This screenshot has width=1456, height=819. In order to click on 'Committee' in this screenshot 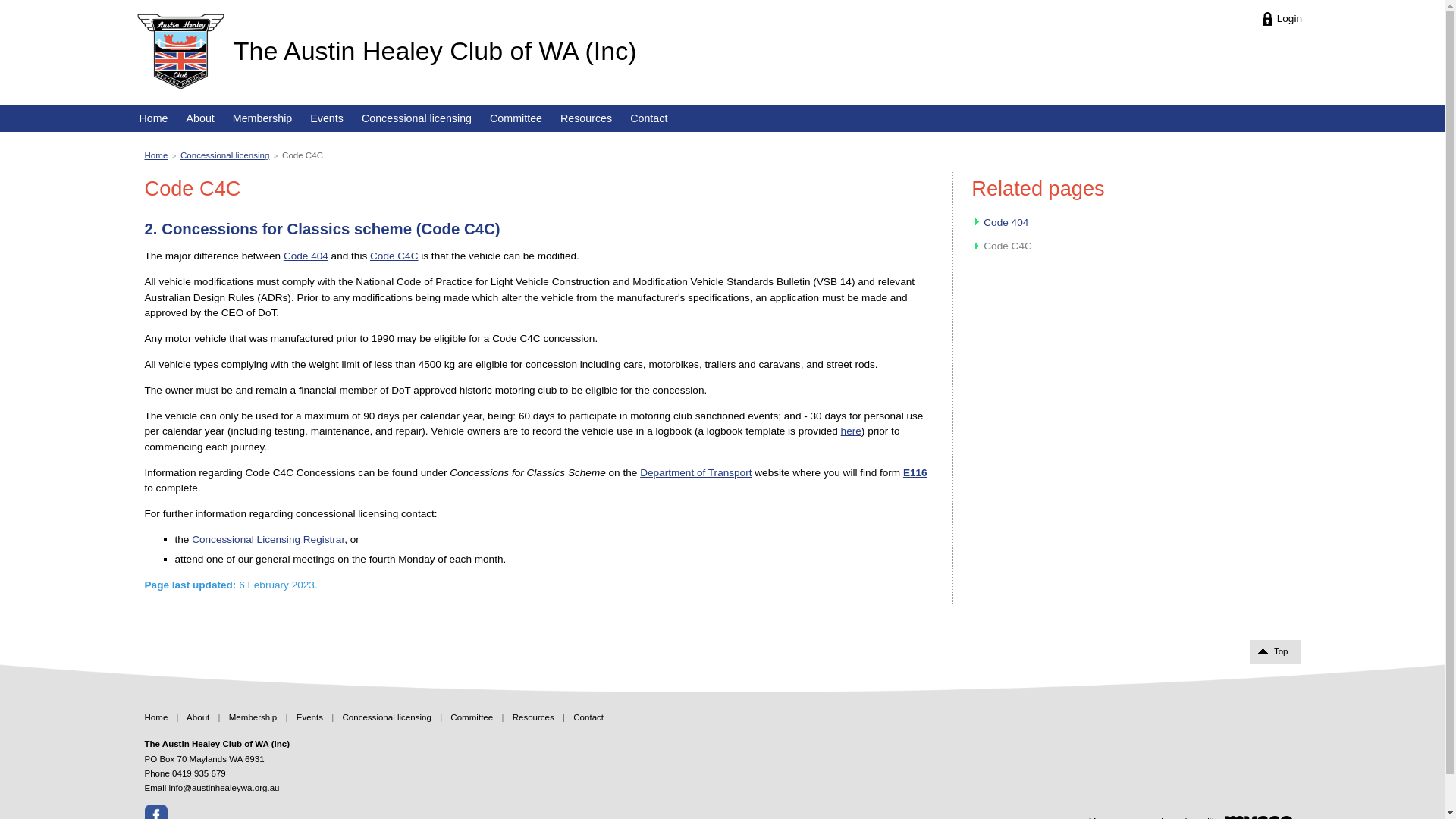, I will do `click(471, 717)`.